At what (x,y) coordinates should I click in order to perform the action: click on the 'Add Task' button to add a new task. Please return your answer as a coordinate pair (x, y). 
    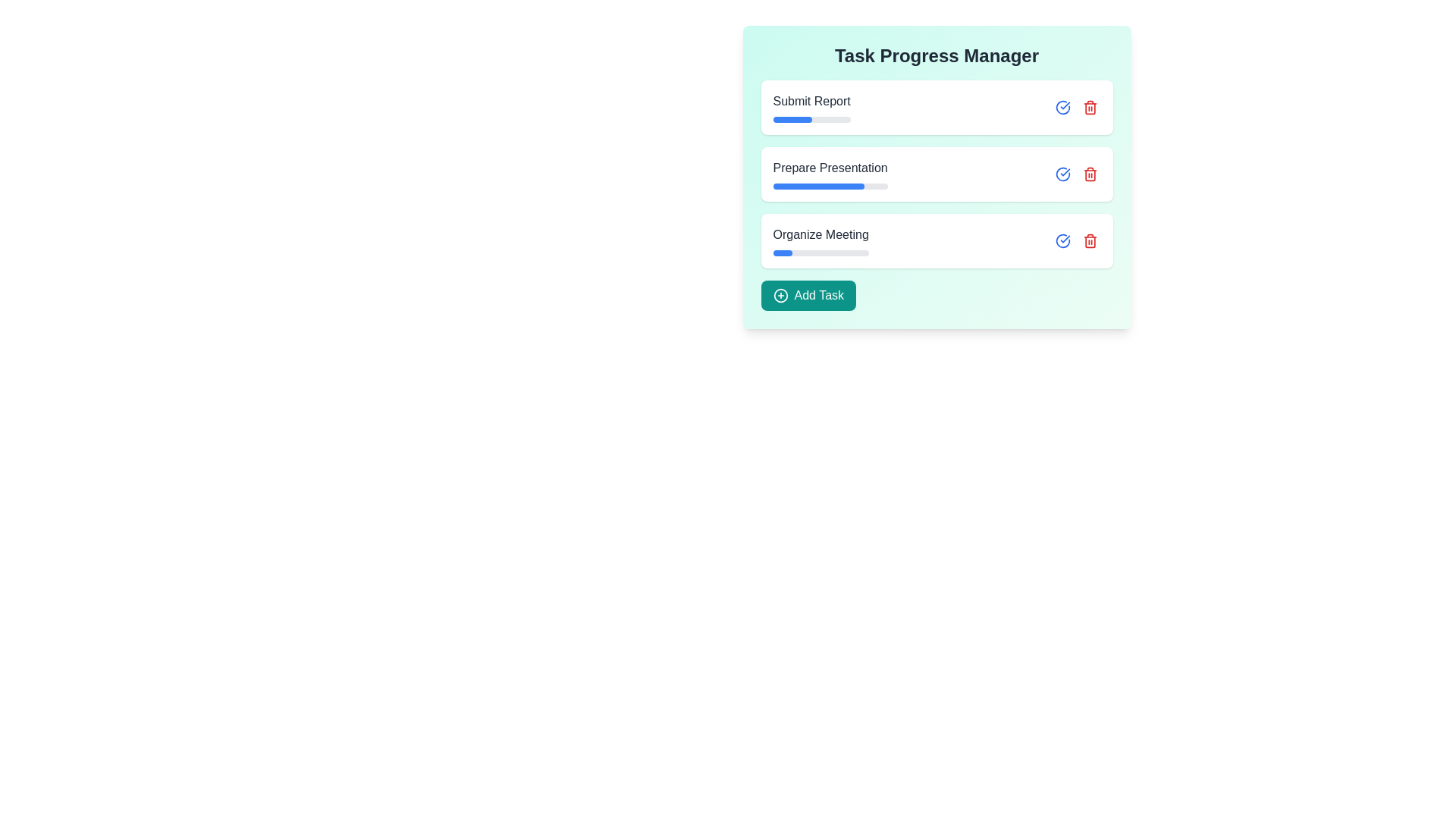
    Looking at the image, I should click on (807, 295).